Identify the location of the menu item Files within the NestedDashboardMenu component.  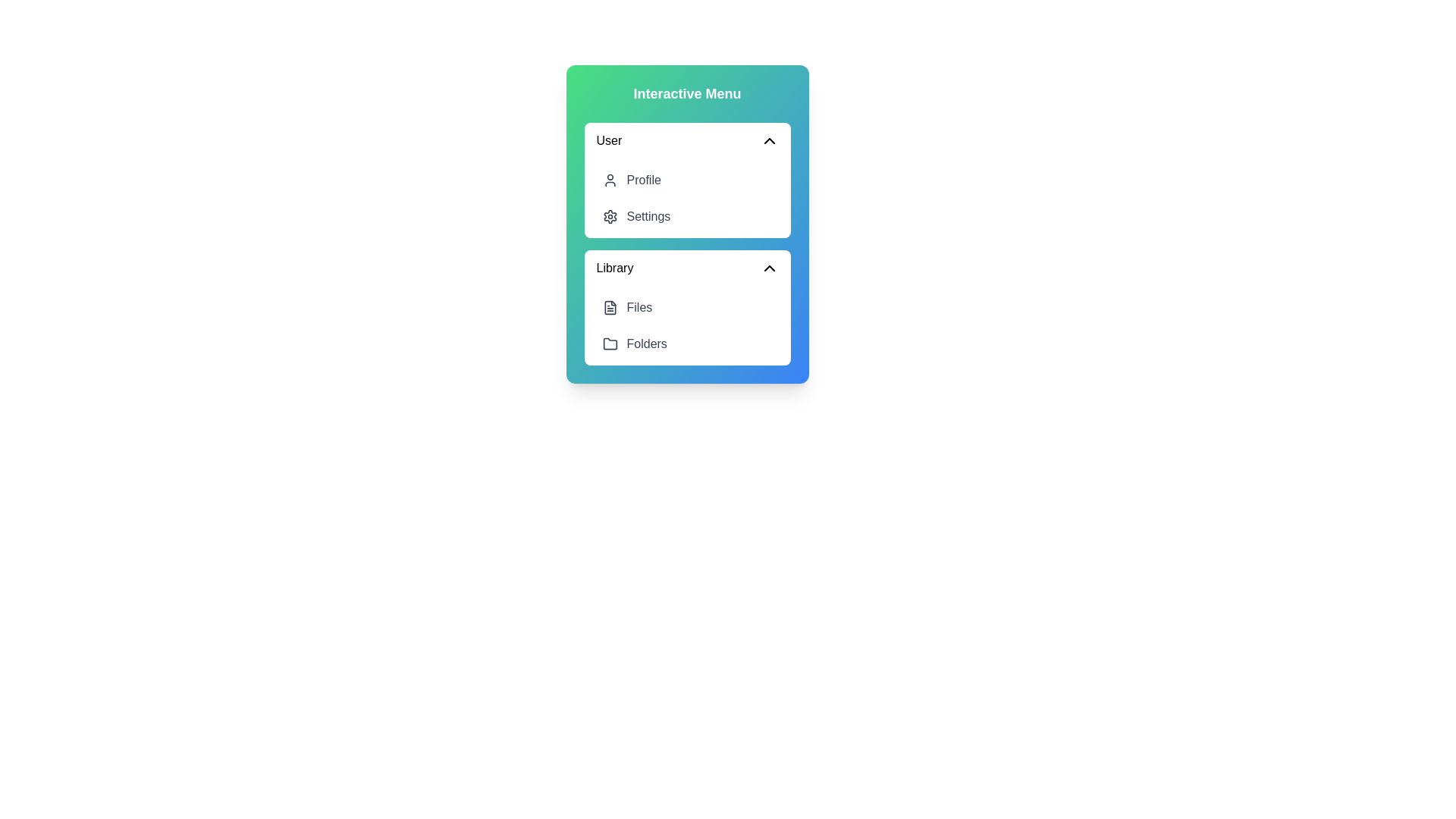
(686, 307).